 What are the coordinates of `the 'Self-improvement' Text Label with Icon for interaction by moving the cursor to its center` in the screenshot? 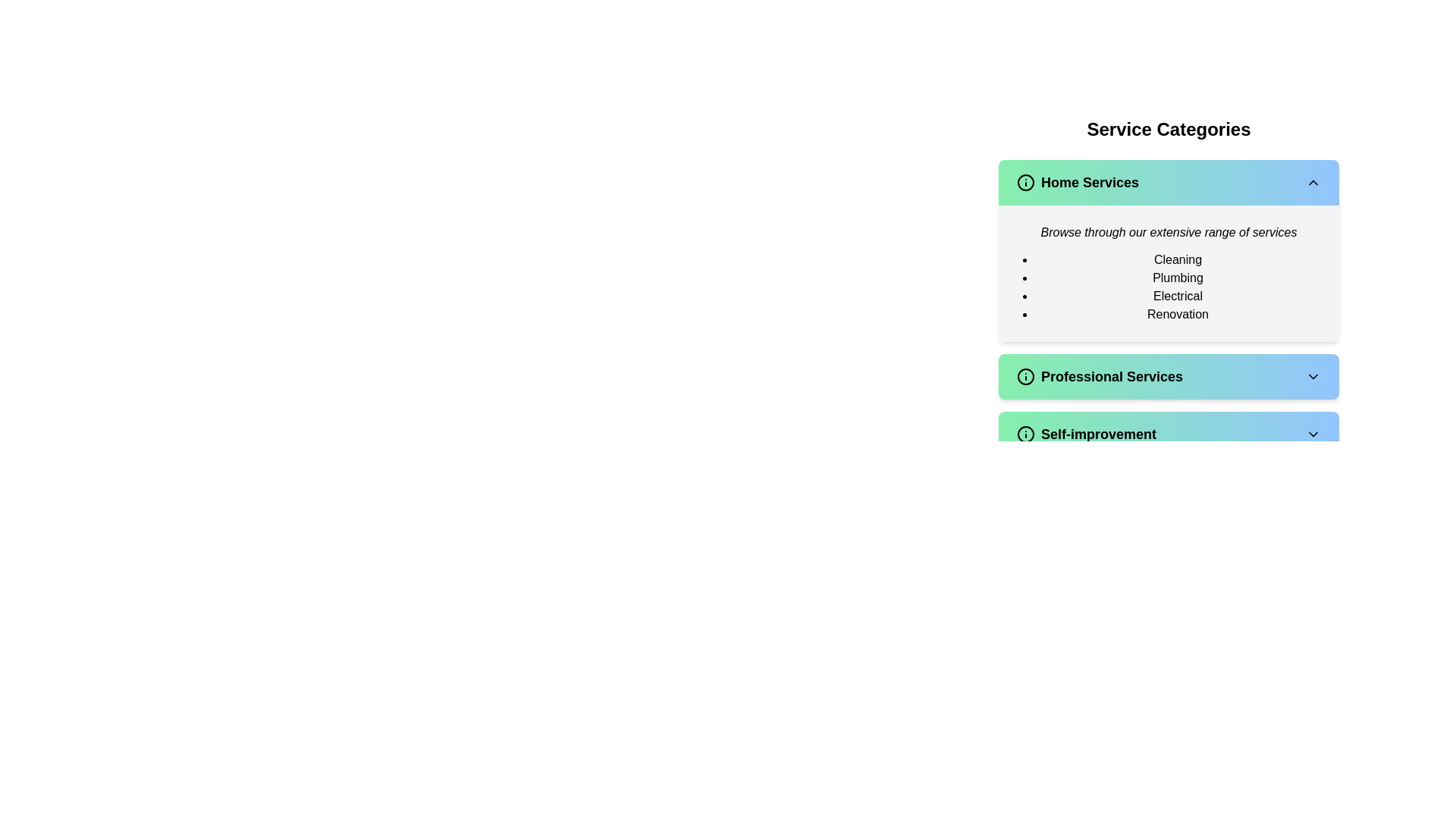 It's located at (1086, 435).